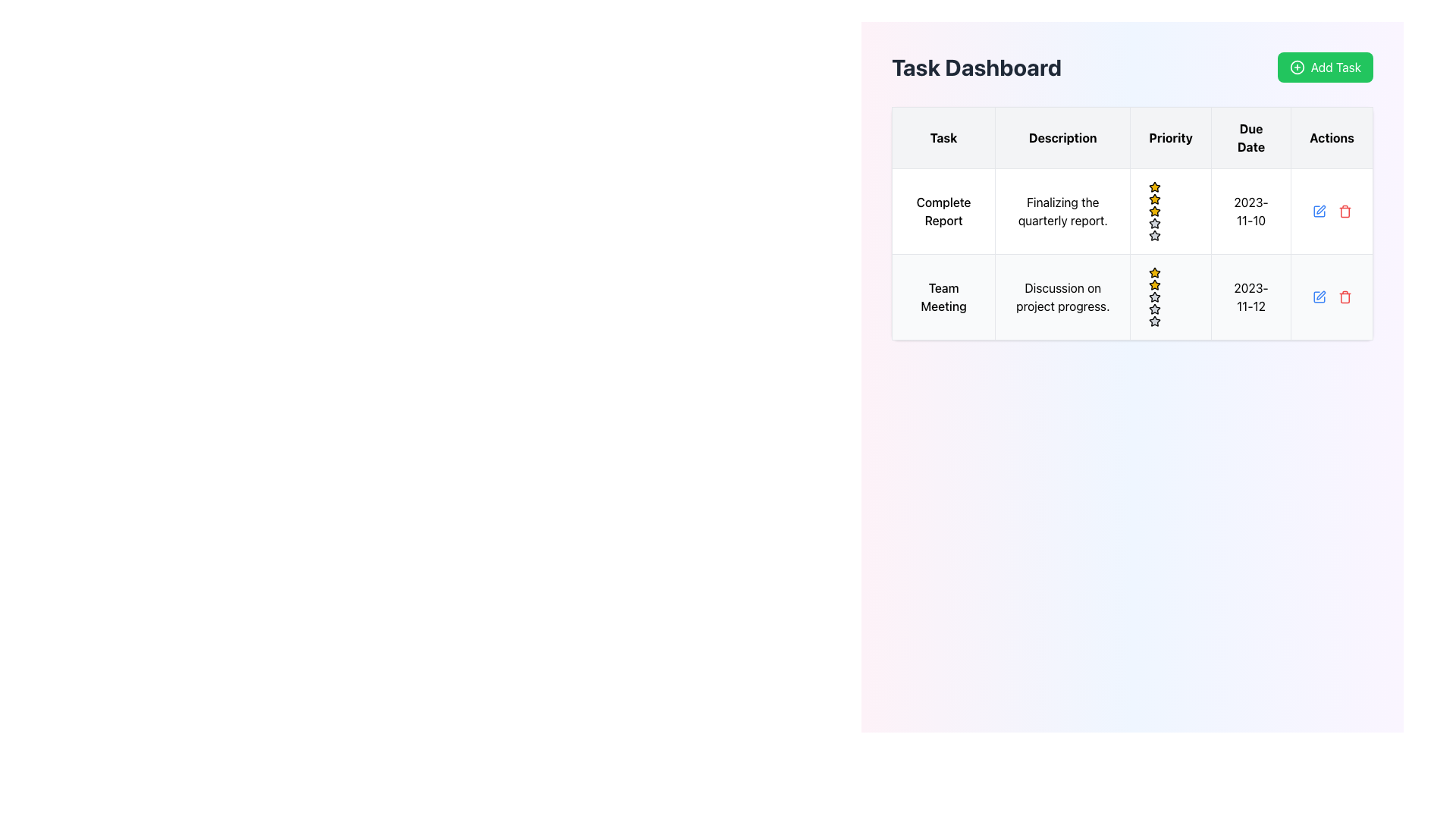 This screenshot has height=819, width=1456. Describe the element at coordinates (943, 297) in the screenshot. I see `text of the Text Display Element labeled 'Team Meeting' located in the second row of the 'Task' column in the task management dashboard` at that location.